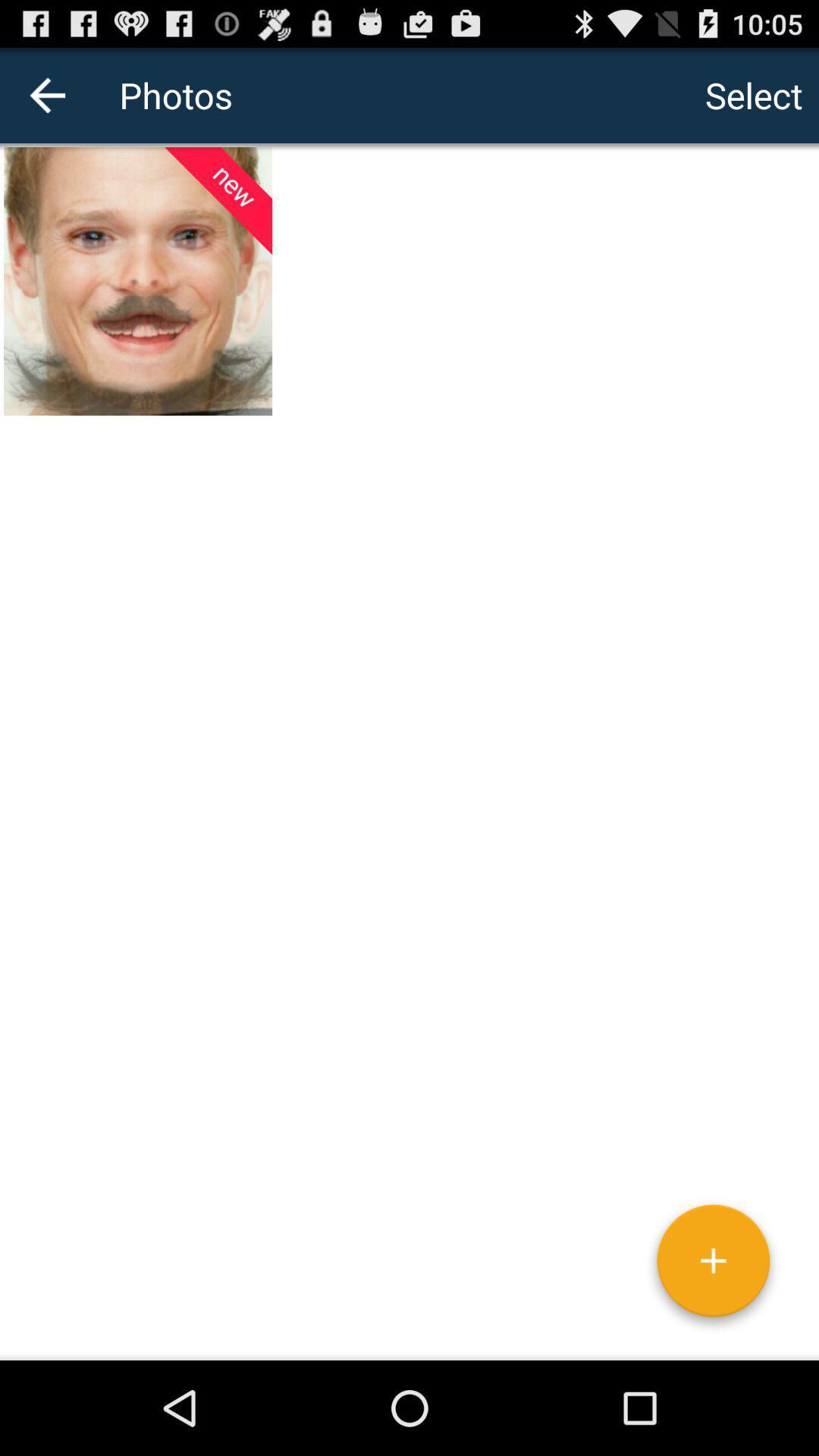 This screenshot has width=819, height=1456. I want to click on the add icon, so click(713, 1355).